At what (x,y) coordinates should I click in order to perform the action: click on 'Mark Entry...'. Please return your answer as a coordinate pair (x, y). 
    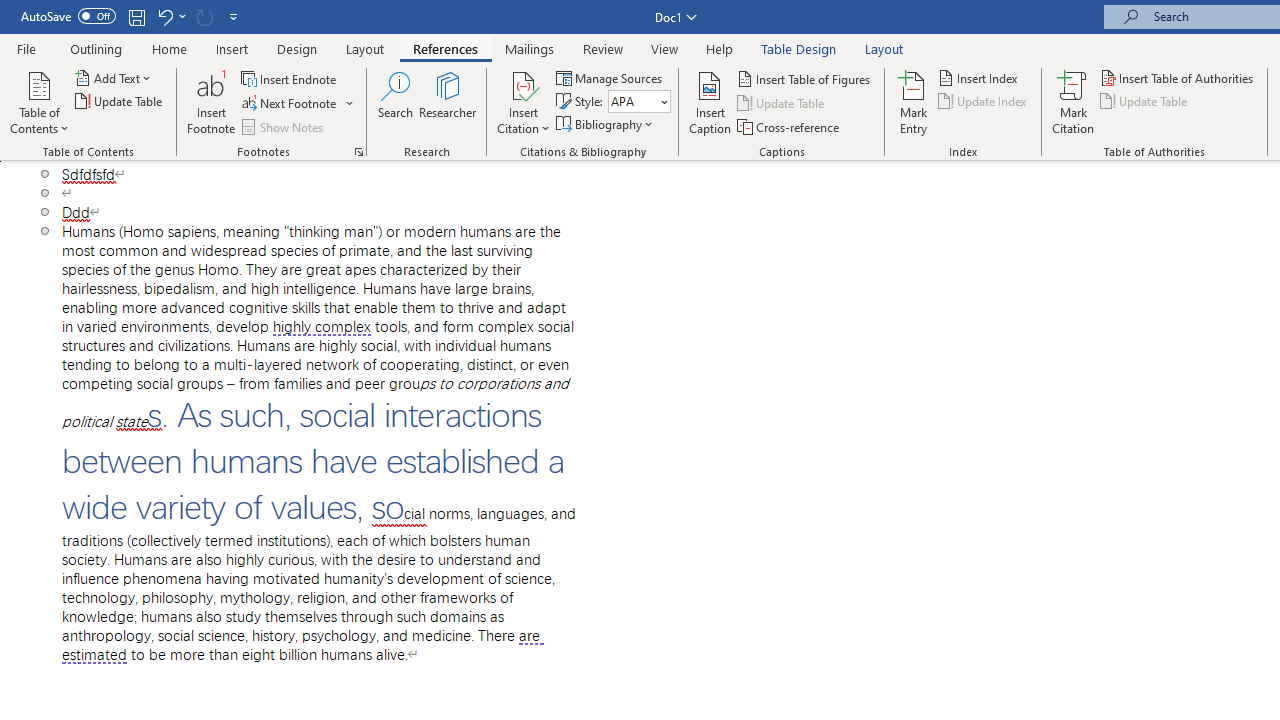
    Looking at the image, I should click on (912, 103).